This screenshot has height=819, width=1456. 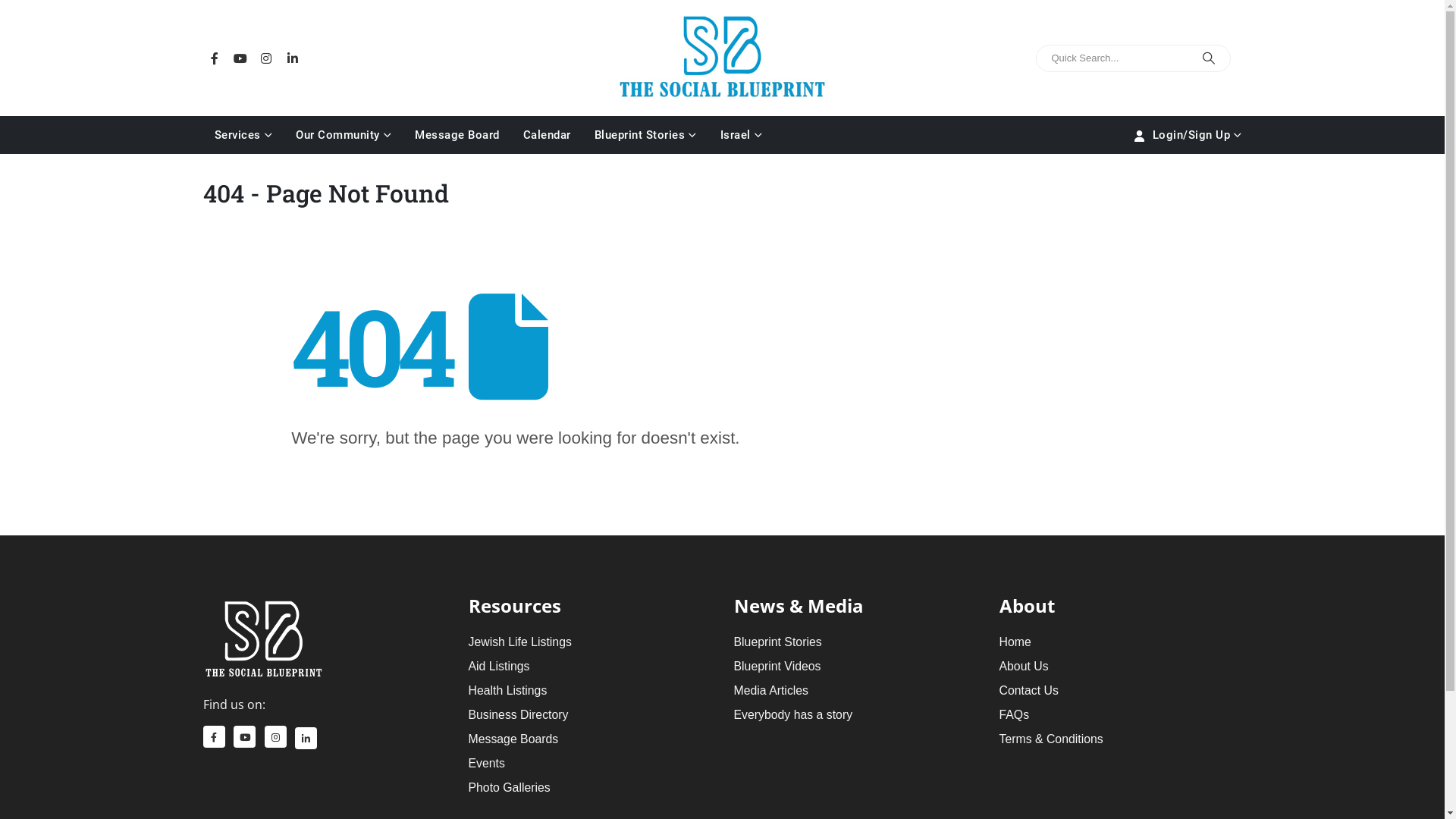 What do you see at coordinates (1024, 665) in the screenshot?
I see `'About Us'` at bounding box center [1024, 665].